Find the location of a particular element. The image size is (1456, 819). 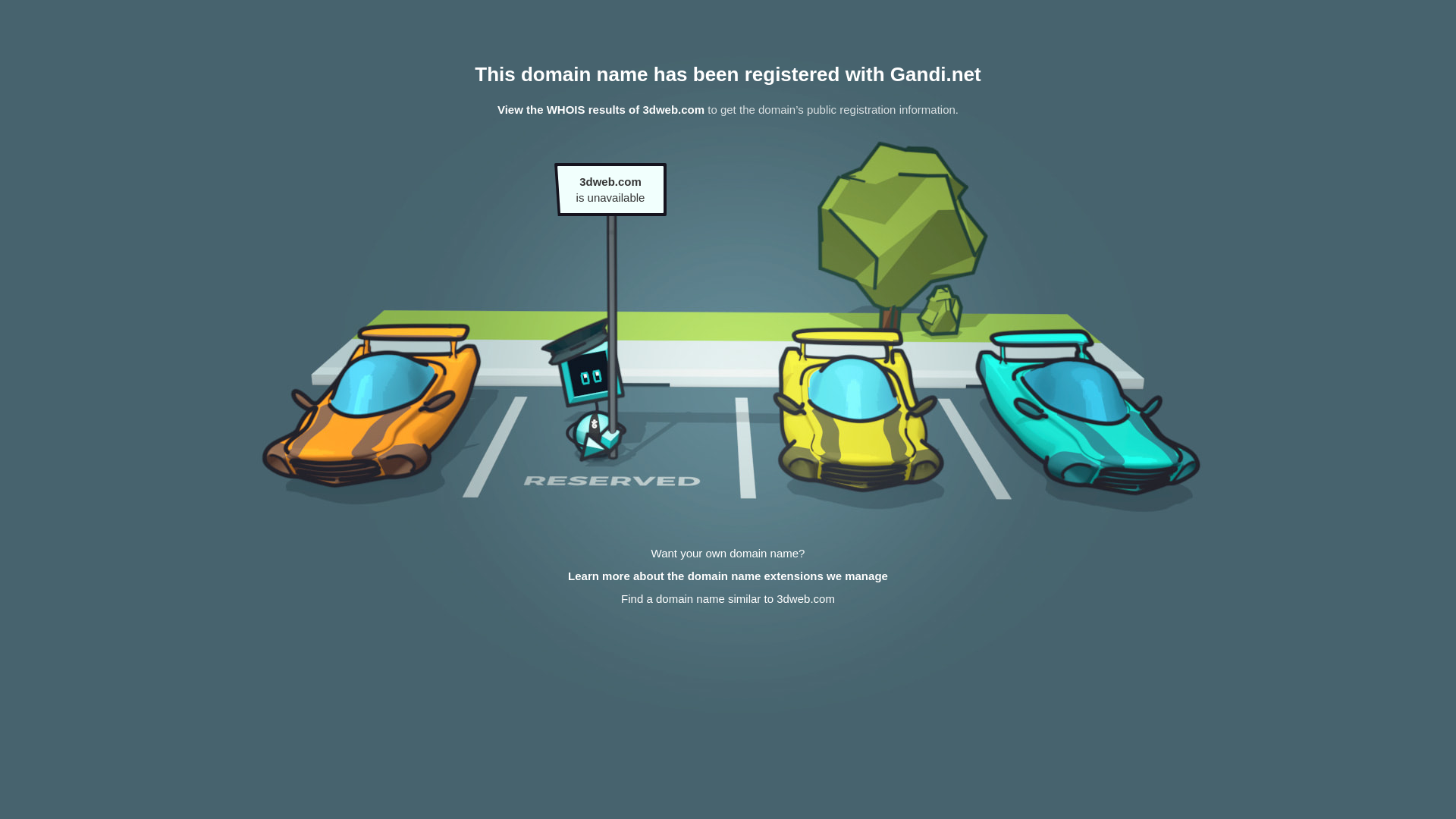

'View the WHOIS results of 3dweb.com' is located at coordinates (600, 108).